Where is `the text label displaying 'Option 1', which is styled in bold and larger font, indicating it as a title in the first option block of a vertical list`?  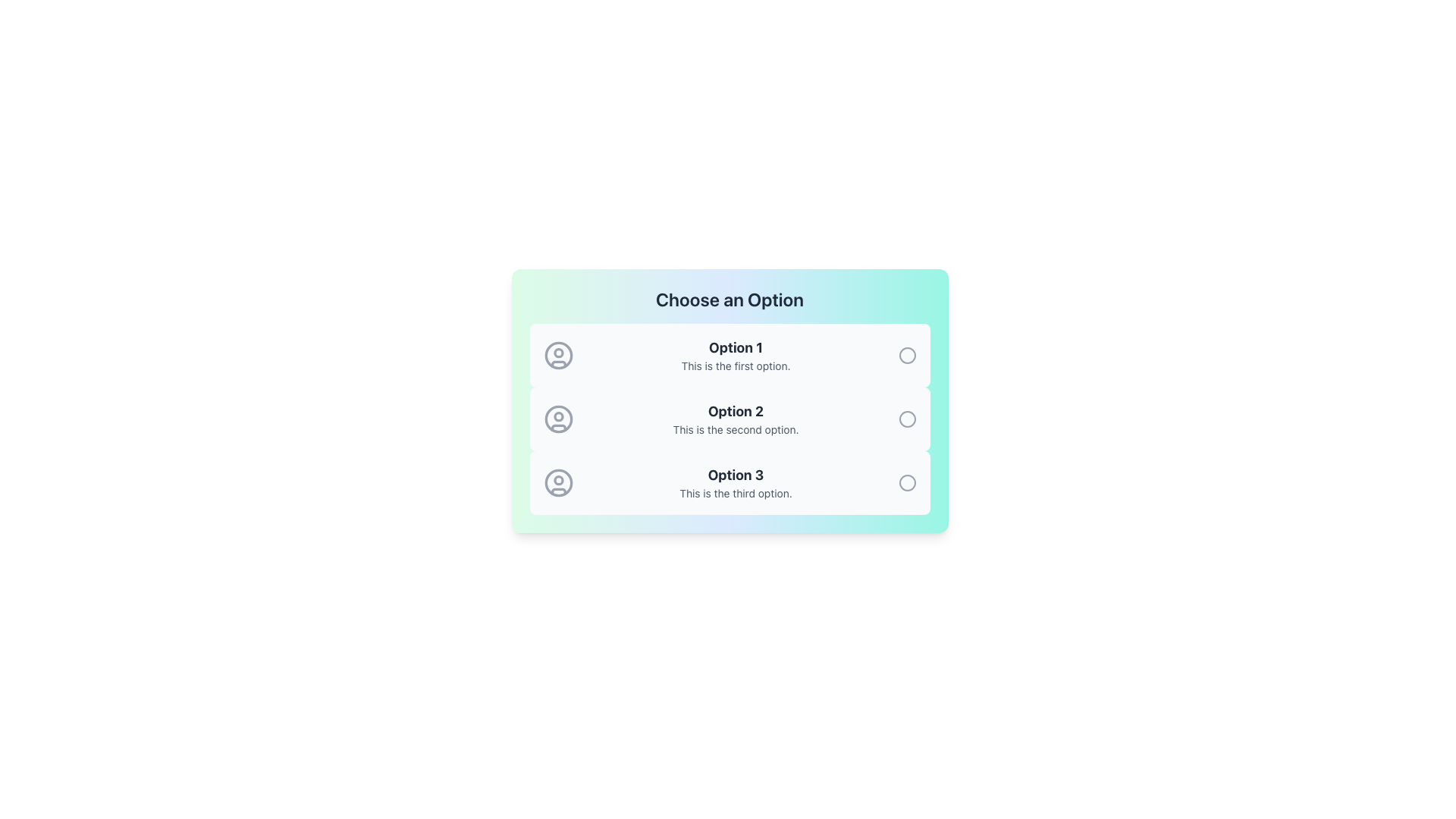 the text label displaying 'Option 1', which is styled in bold and larger font, indicating it as a title in the first option block of a vertical list is located at coordinates (736, 348).